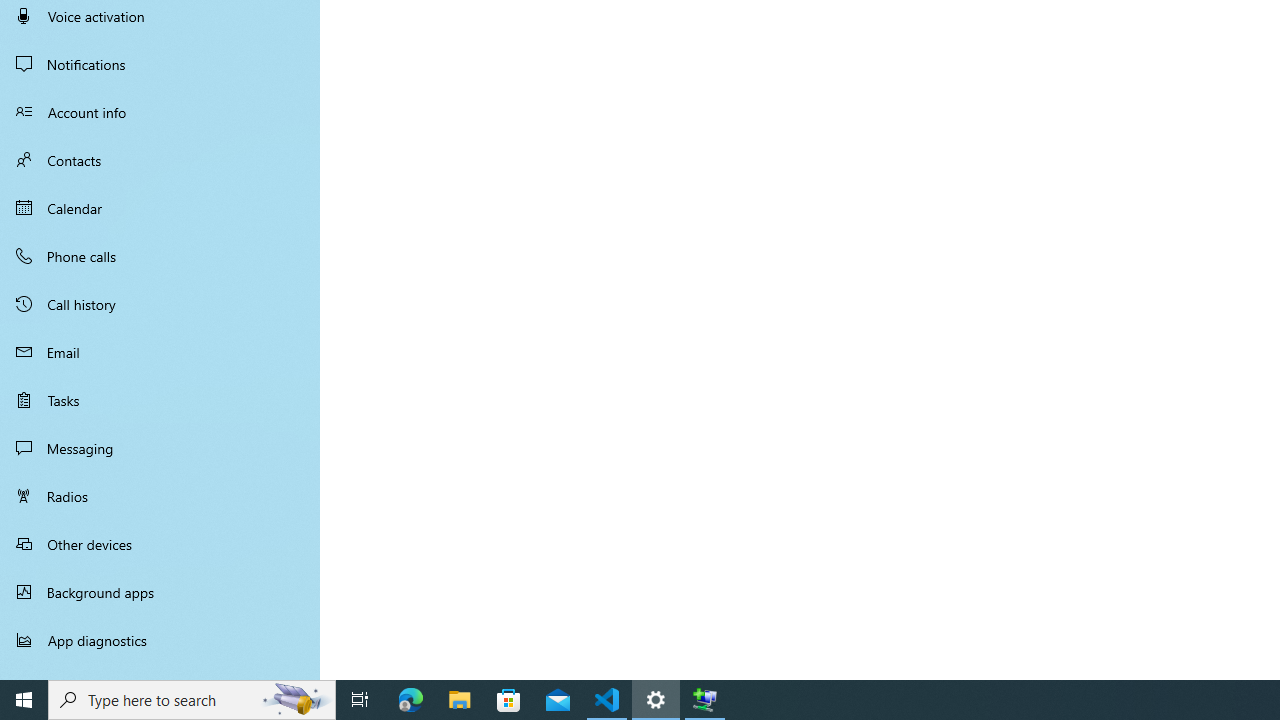  I want to click on 'Messaging', so click(160, 447).